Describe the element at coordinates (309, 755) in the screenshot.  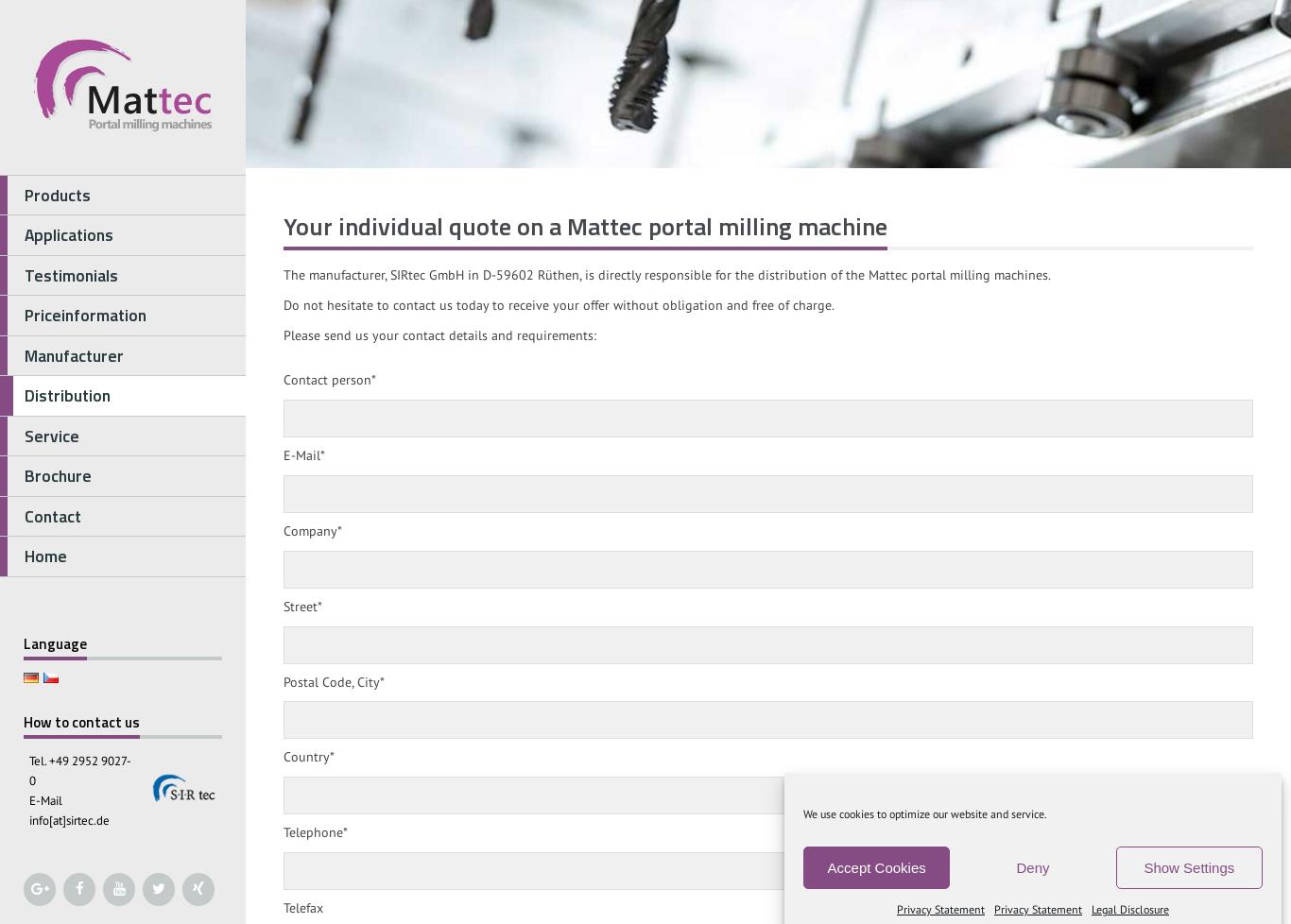
I see `'Country*'` at that location.